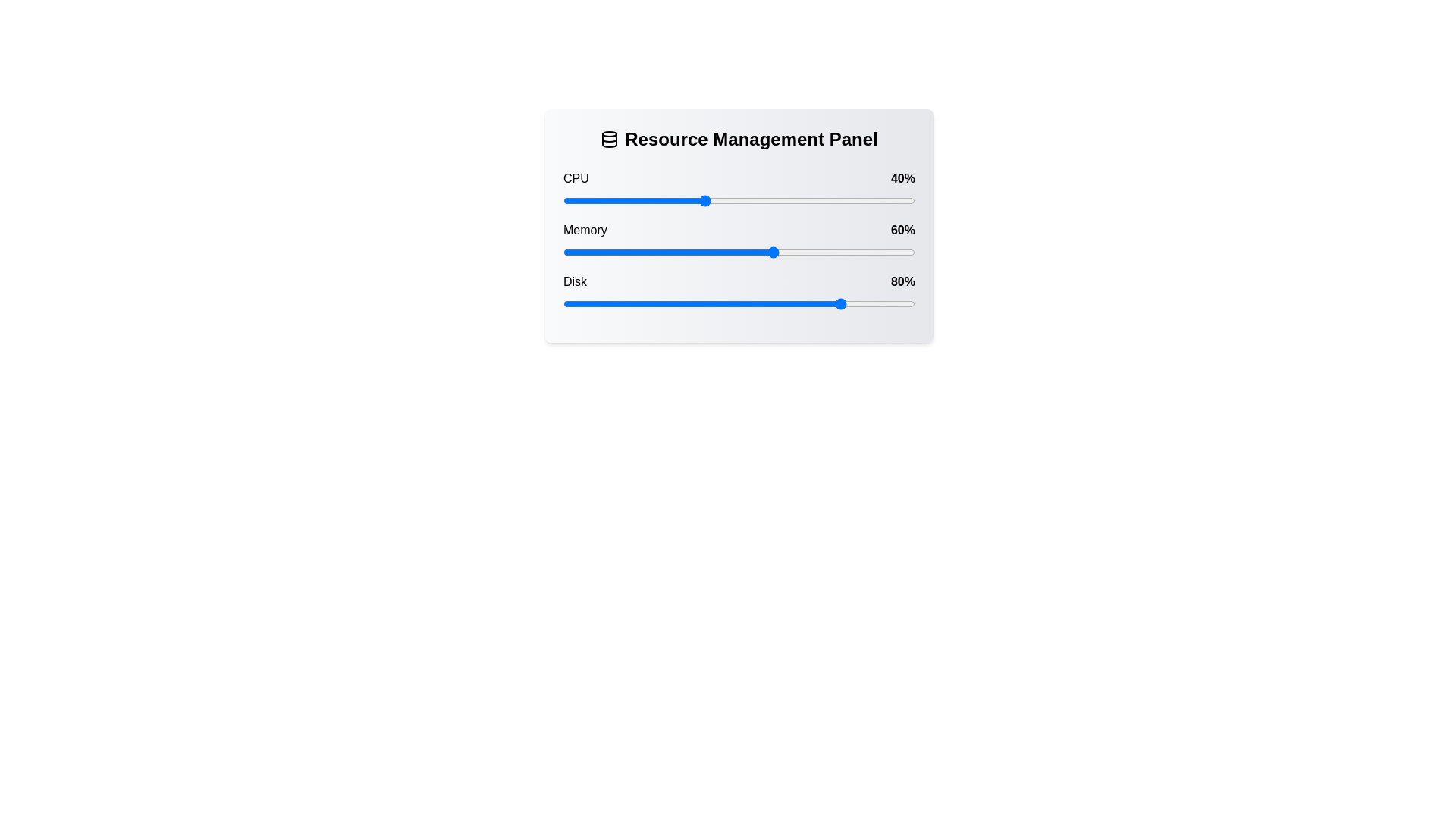 The height and width of the screenshot is (819, 1456). Describe the element at coordinates (620, 304) in the screenshot. I see `the Disk slider to set its value to 16%` at that location.